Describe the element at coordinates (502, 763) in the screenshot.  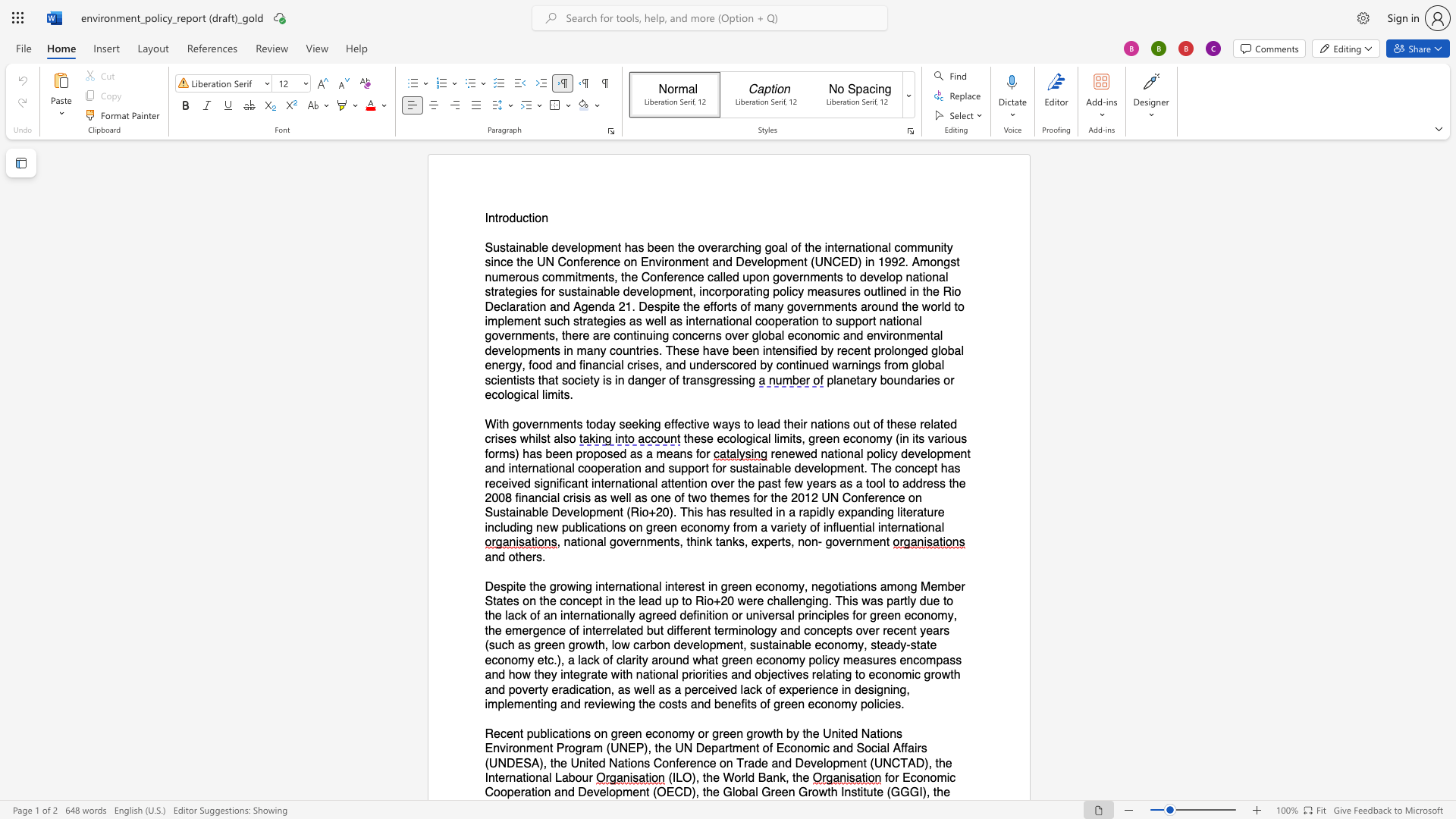
I see `the 4th character "N" in the text` at that location.